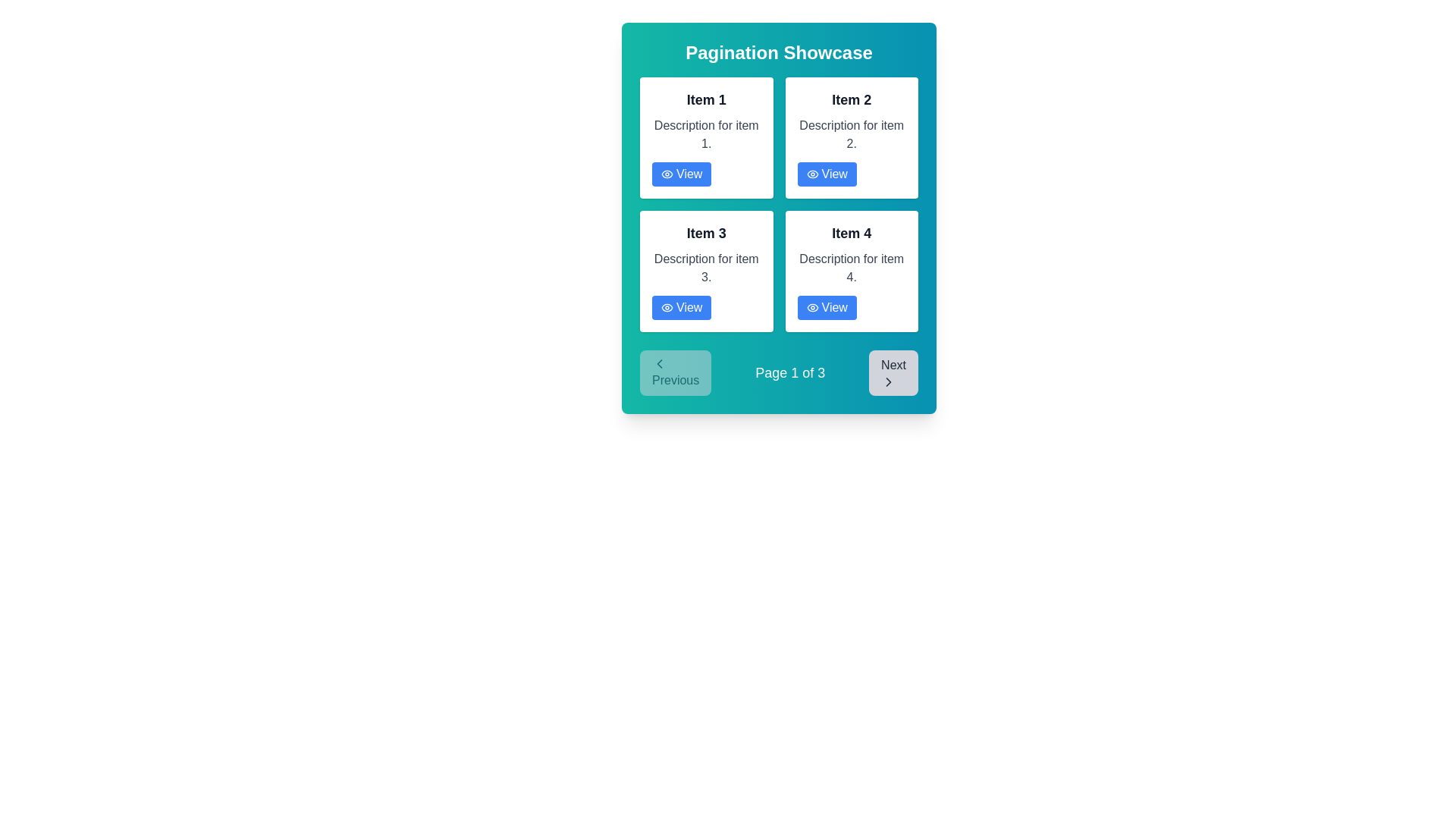 Image resolution: width=1456 pixels, height=819 pixels. Describe the element at coordinates (659, 363) in the screenshot. I see `the 'Previous' icon in the pagination component, which is visually represented by an SVG graphic and is located within the 'Previous' button at the lower-left corner of the pagination interface` at that location.